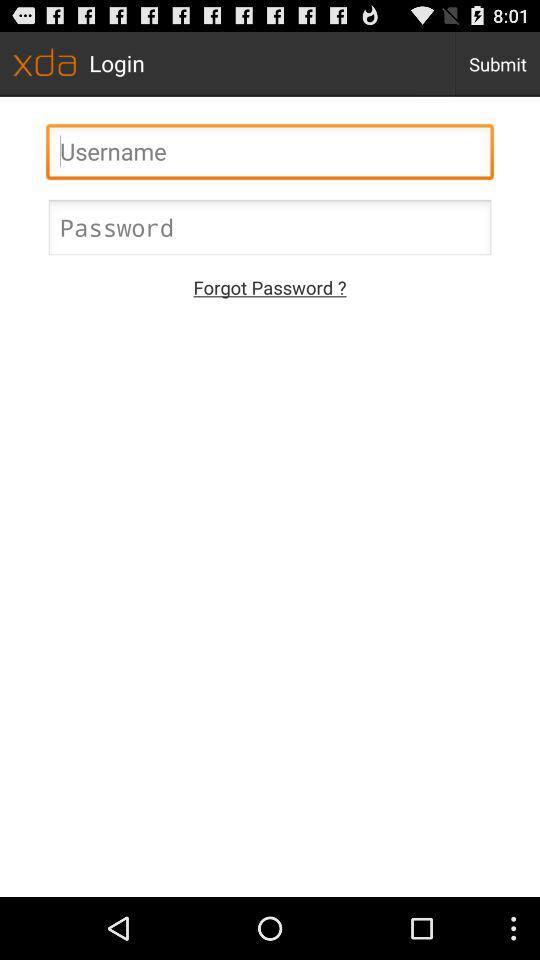 The height and width of the screenshot is (960, 540). Describe the element at coordinates (496, 63) in the screenshot. I see `app to the right of the login` at that location.